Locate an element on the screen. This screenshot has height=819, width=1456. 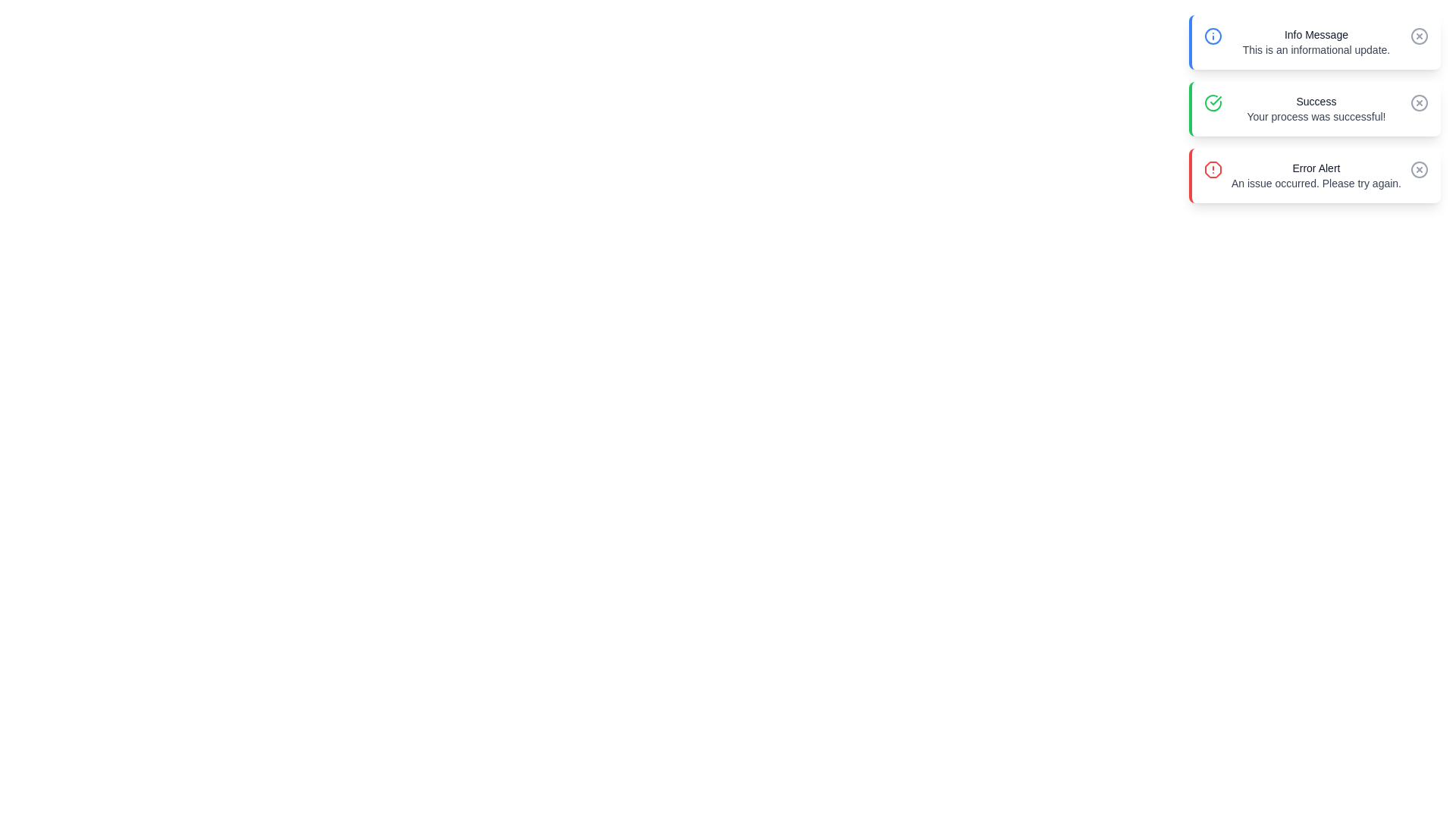
the octagonal red icon resembling an alert symbol, which is located in the top-left corner of the 'Error Alert' notification card is located at coordinates (1212, 169).